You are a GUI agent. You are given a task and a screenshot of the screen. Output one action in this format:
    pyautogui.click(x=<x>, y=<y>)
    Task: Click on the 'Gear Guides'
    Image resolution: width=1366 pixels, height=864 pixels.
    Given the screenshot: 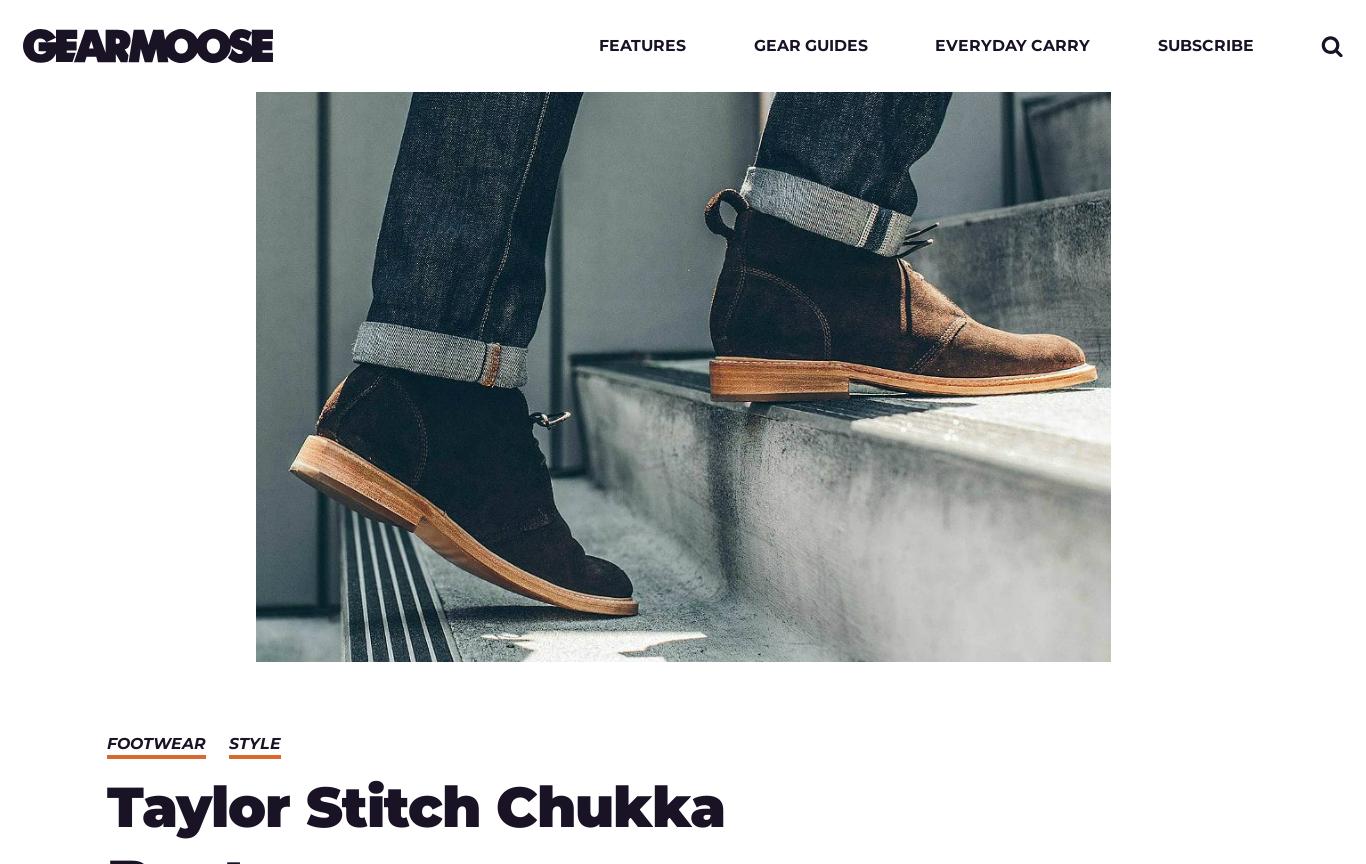 What is the action you would take?
    pyautogui.click(x=809, y=45)
    